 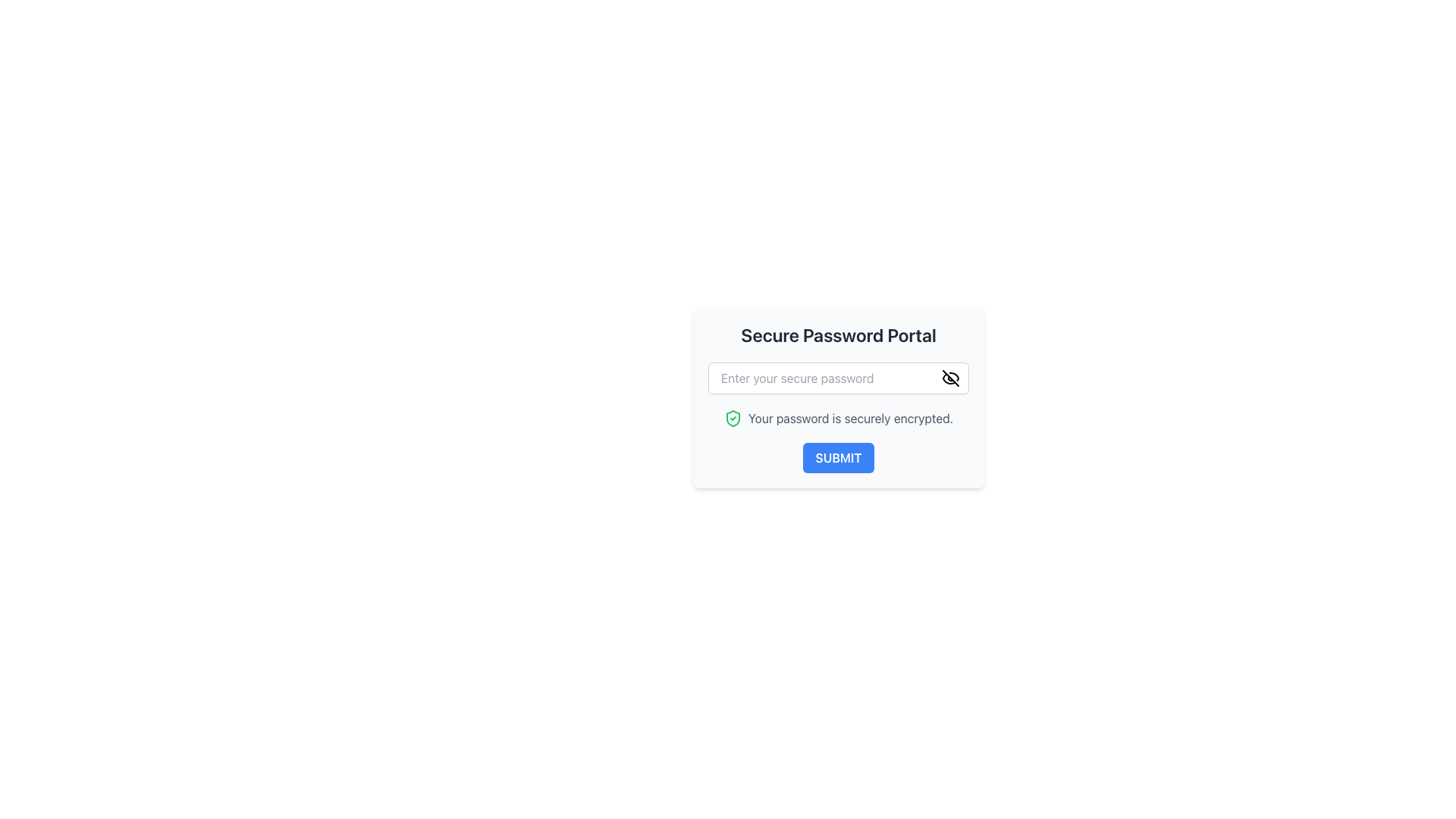 I want to click on the rectangular 'SUBMIT' button with a blue background and white text, so click(x=837, y=457).